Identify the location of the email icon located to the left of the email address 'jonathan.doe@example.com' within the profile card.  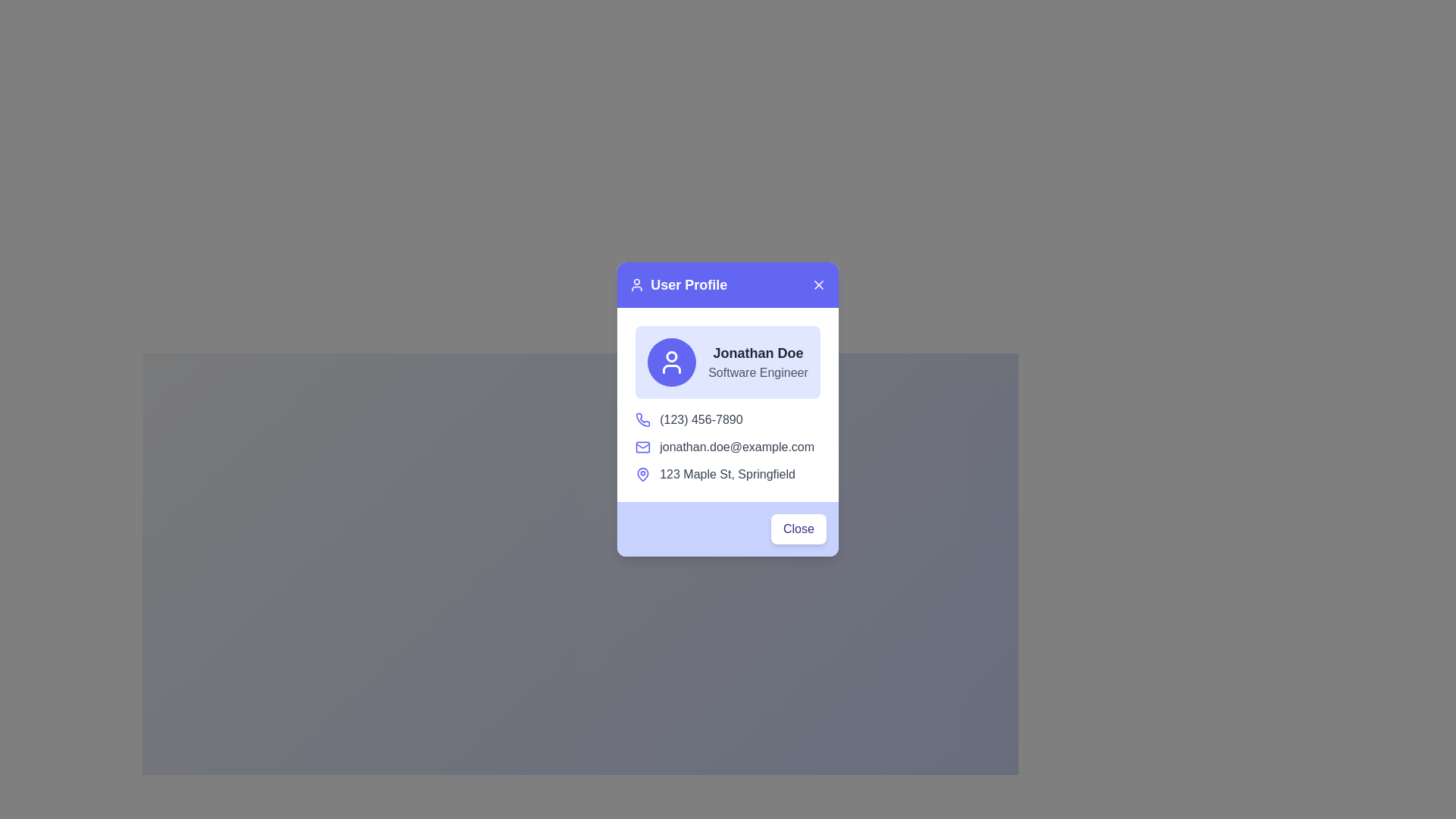
(643, 447).